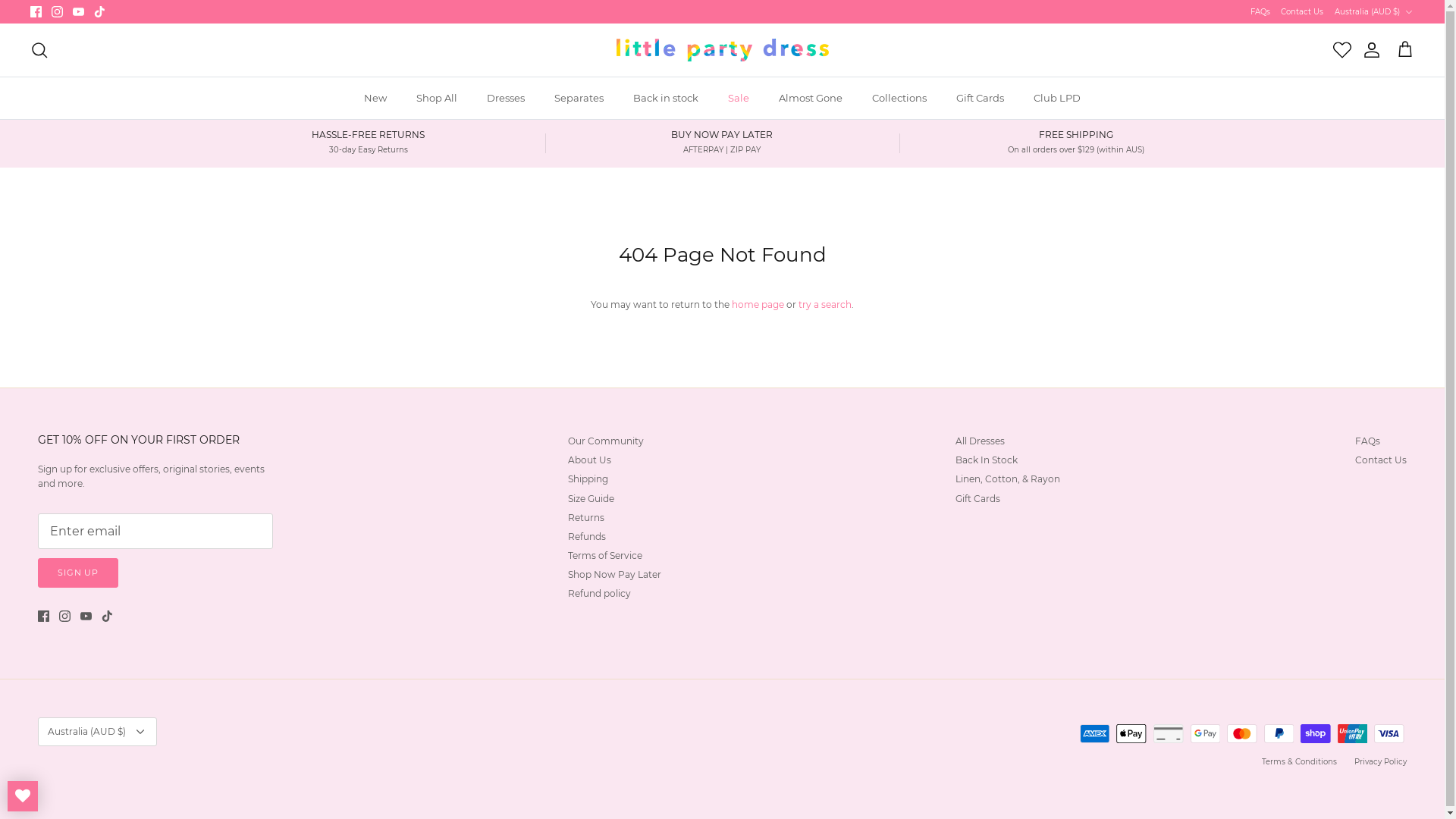 The height and width of the screenshot is (819, 1456). What do you see at coordinates (598, 592) in the screenshot?
I see `'Refund policy'` at bounding box center [598, 592].